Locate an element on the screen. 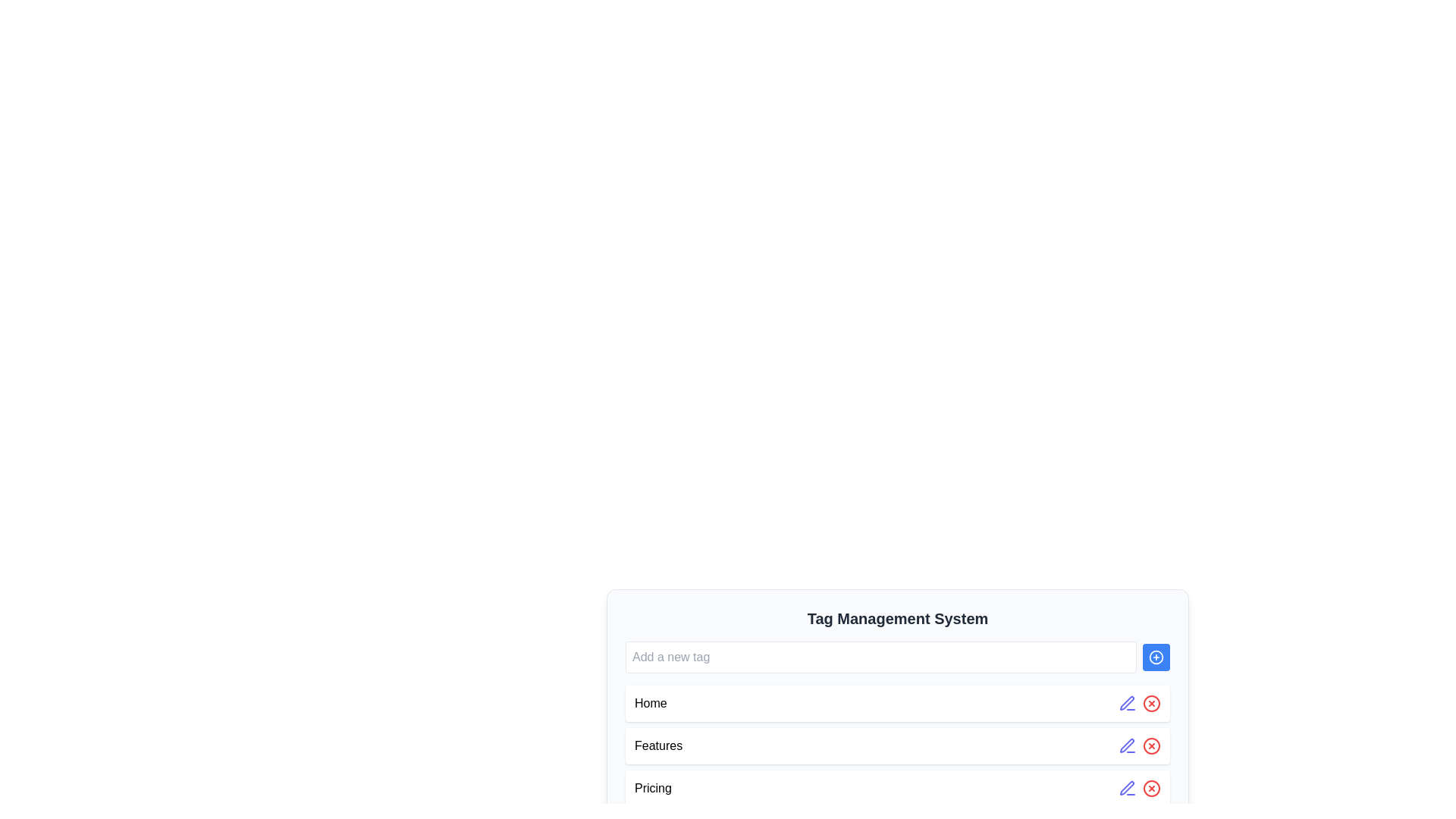 The width and height of the screenshot is (1456, 819). the second item in the vertical list under 'Tag Management System' is located at coordinates (898, 745).